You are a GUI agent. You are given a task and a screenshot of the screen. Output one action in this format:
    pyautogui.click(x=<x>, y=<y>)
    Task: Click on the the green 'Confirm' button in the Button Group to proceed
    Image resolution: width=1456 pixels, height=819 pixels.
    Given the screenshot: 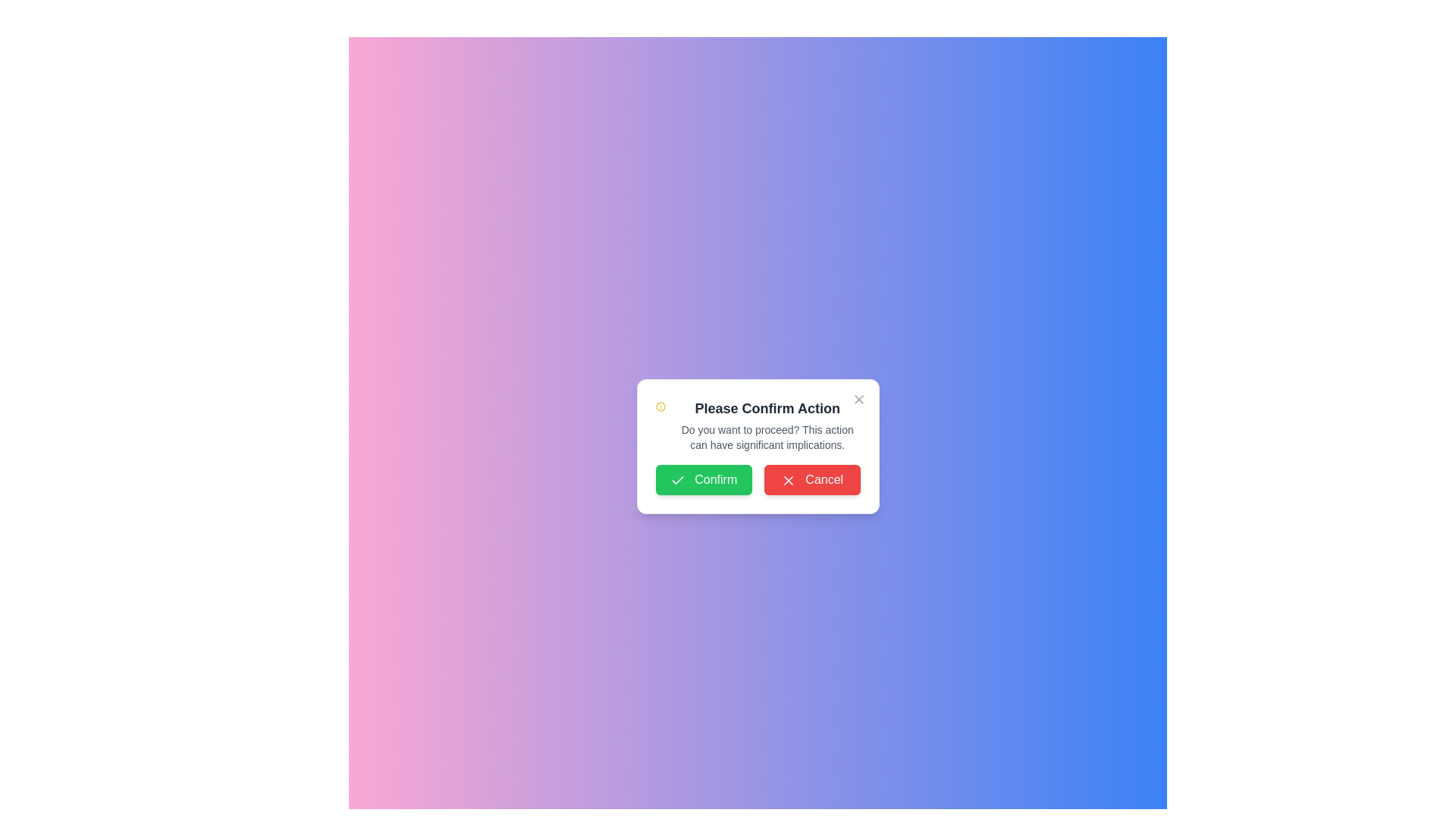 What is the action you would take?
    pyautogui.click(x=758, y=479)
    